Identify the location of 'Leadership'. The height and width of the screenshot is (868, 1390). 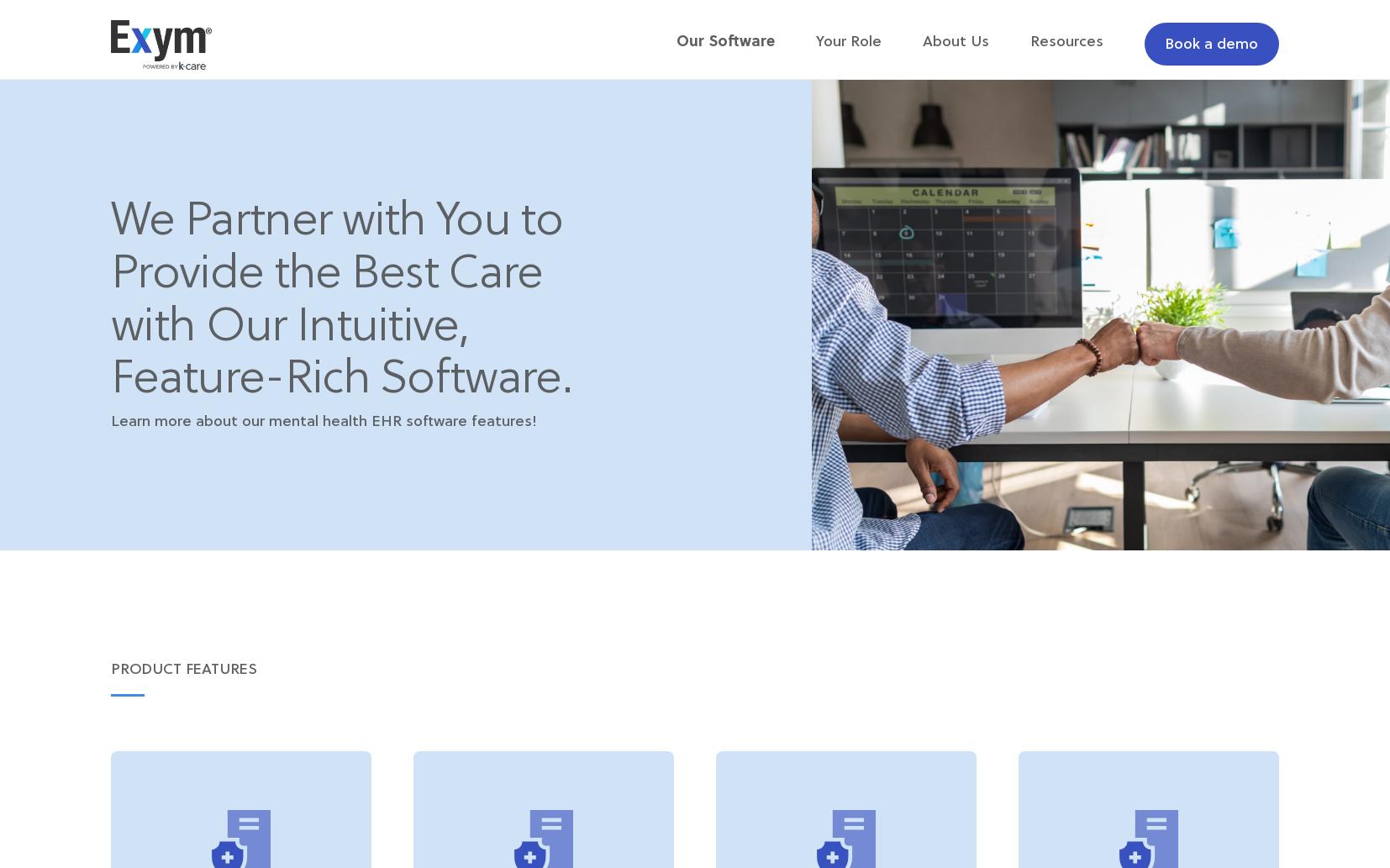
(1240, 105).